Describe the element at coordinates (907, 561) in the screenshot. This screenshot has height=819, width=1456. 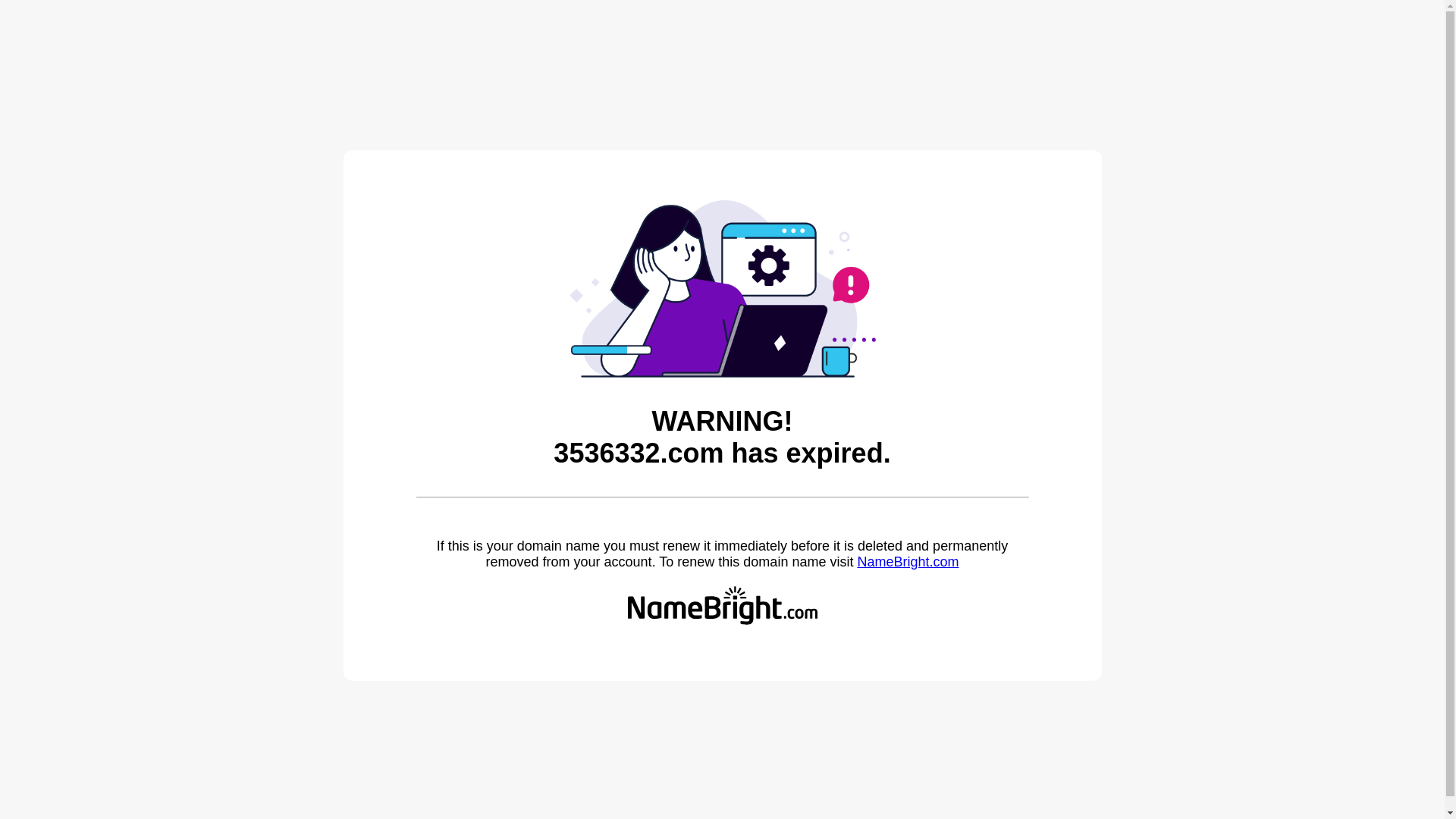
I see `'NameBright.com'` at that location.